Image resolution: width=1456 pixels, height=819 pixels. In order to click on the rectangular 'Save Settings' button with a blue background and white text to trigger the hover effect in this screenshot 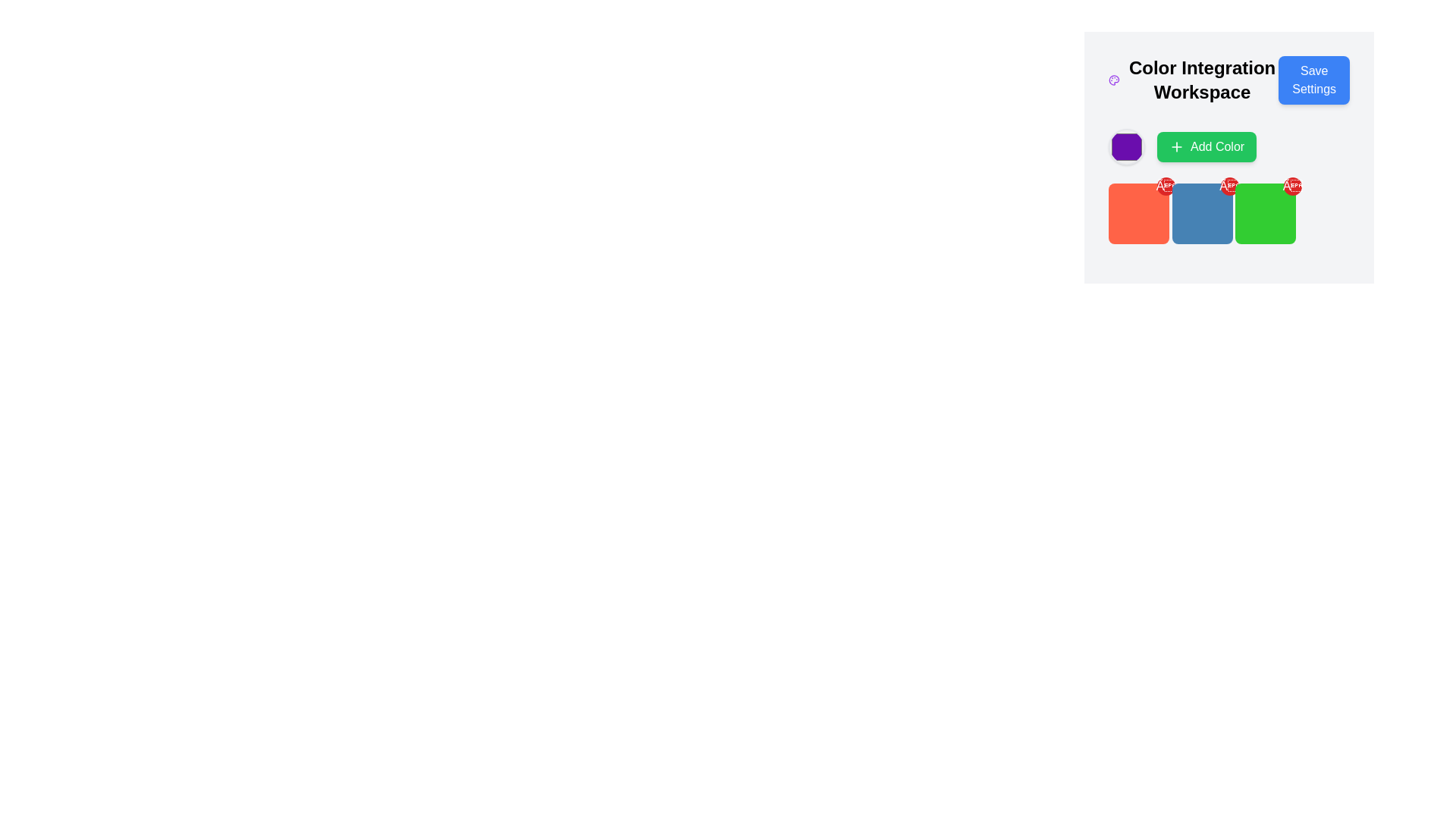, I will do `click(1313, 80)`.